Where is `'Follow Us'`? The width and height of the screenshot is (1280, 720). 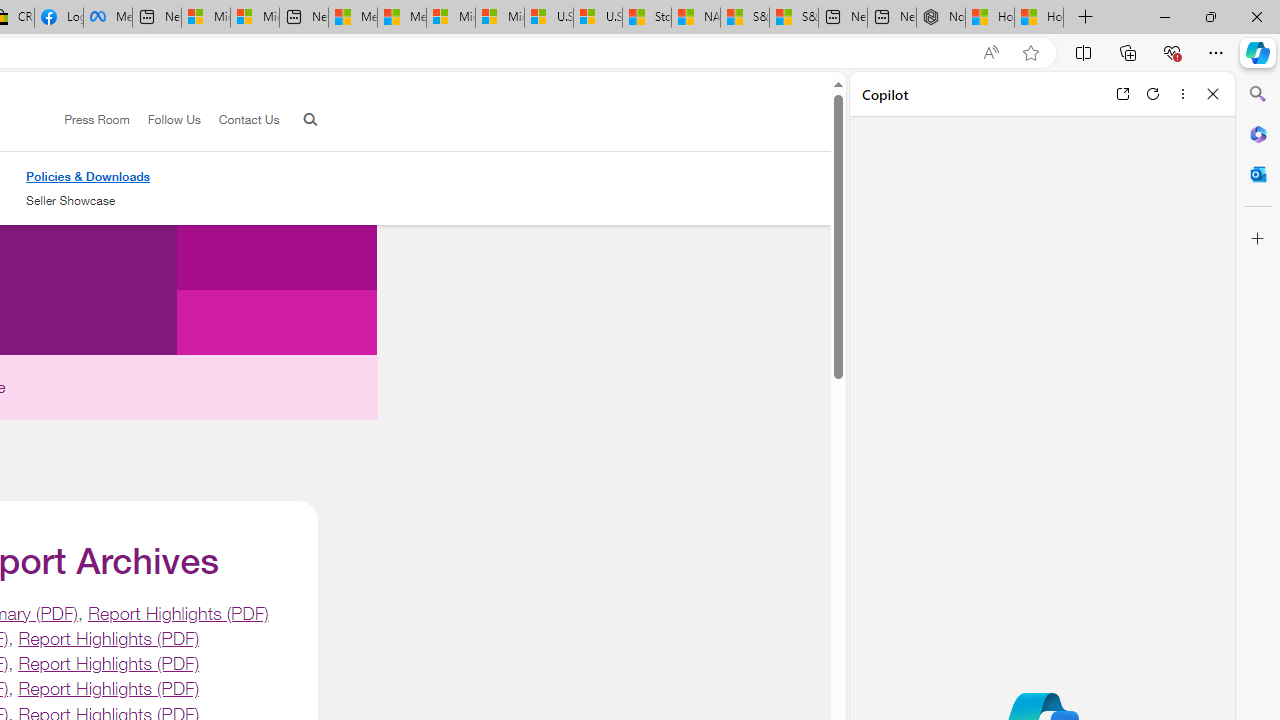 'Follow Us' is located at coordinates (174, 119).